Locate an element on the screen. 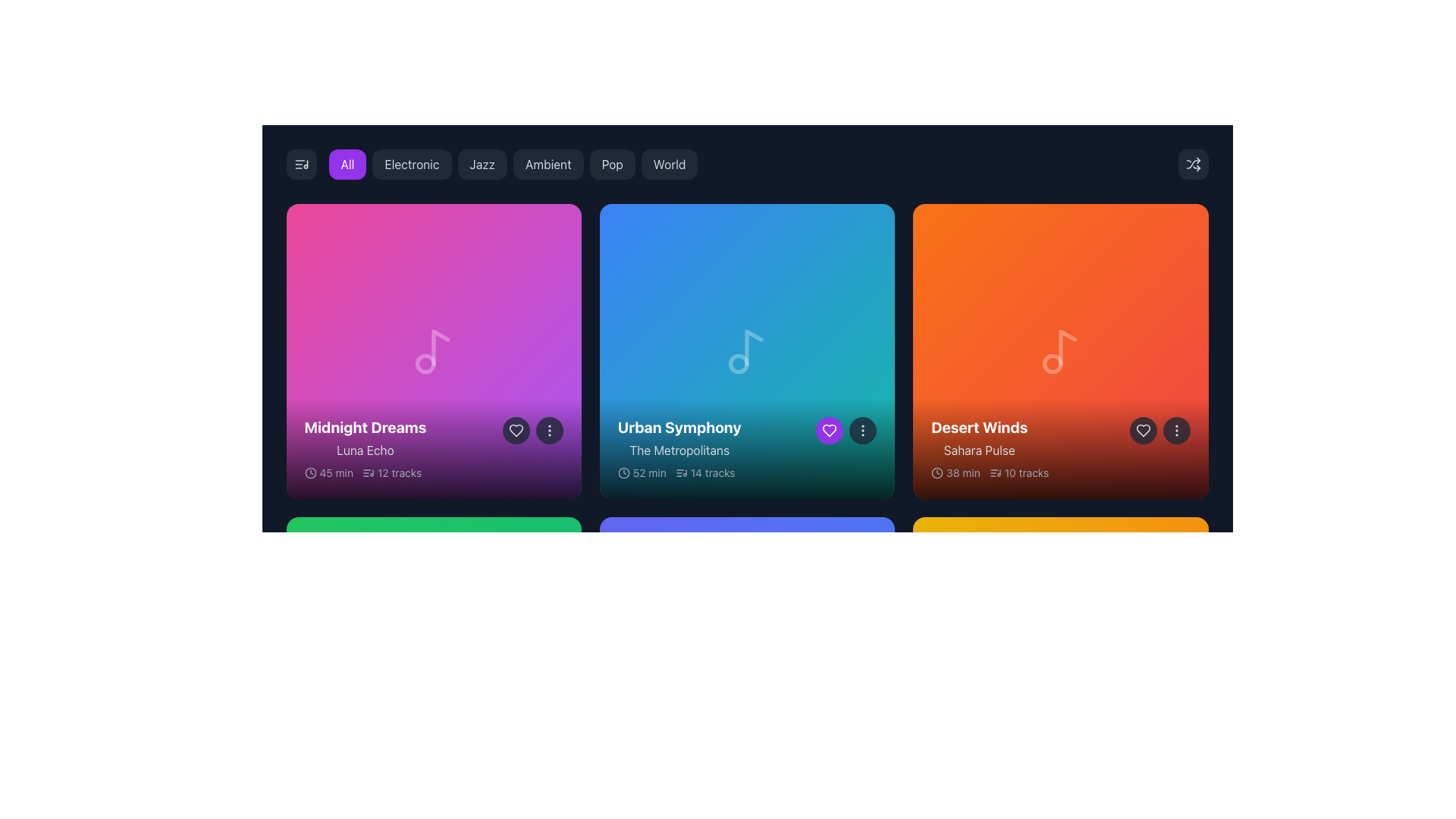 This screenshot has width=1456, height=819. the button located is located at coordinates (548, 431).